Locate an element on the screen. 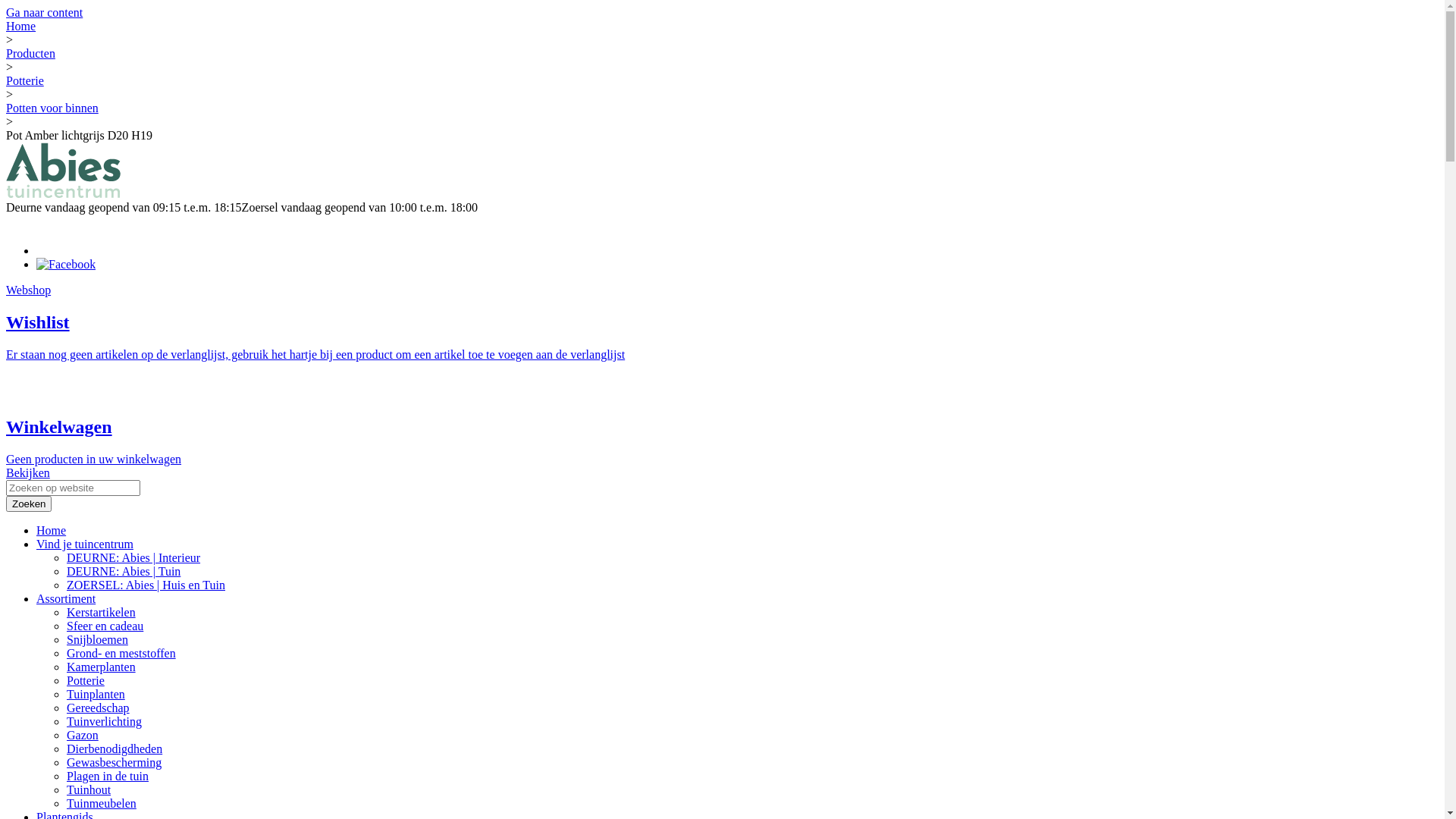  'Snijbloemen' is located at coordinates (96, 639).